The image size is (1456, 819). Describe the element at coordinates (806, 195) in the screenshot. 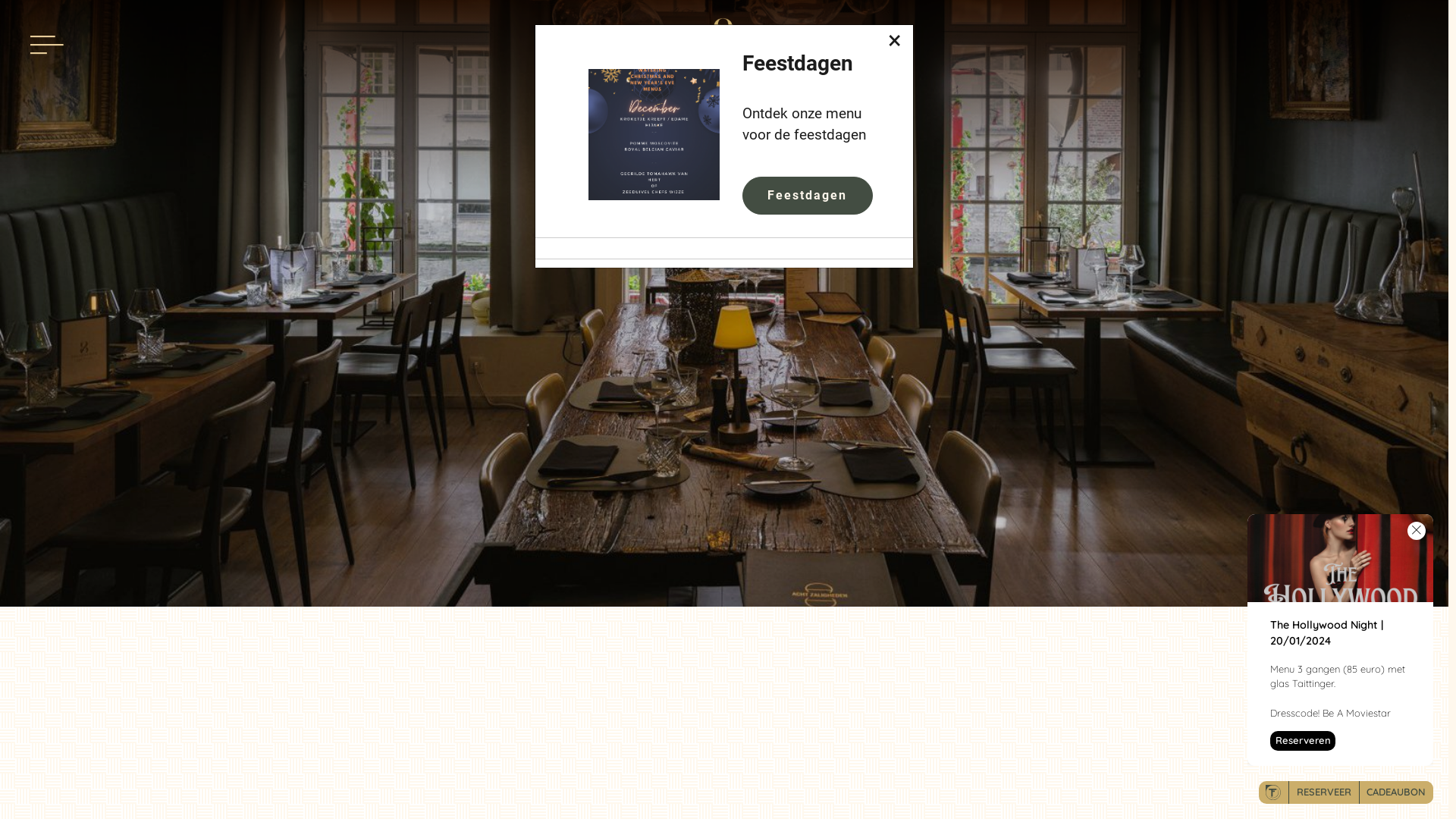

I see `'Feestdagen'` at that location.